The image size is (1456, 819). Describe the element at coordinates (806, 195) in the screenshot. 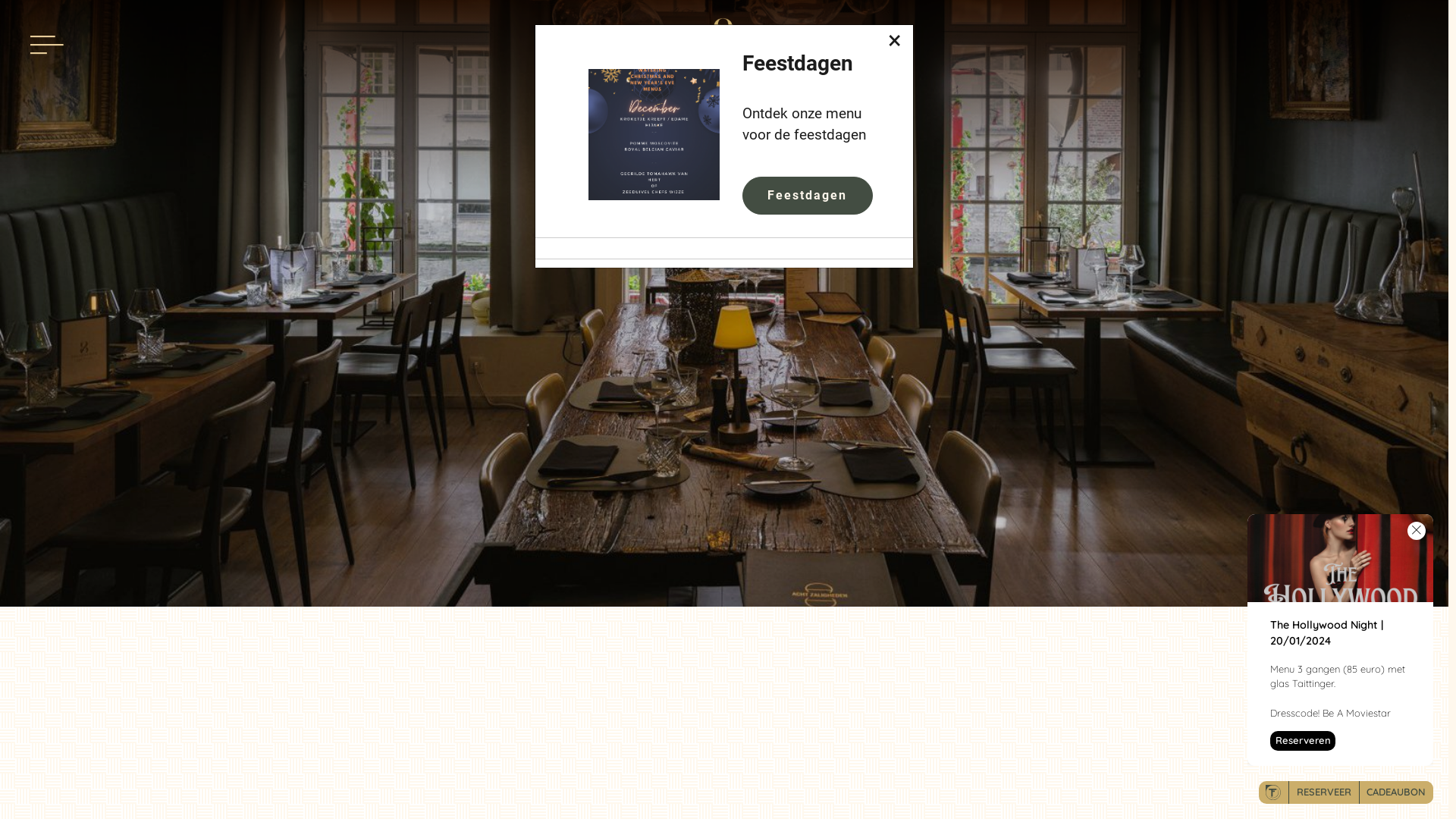

I see `'Feestdagen'` at that location.